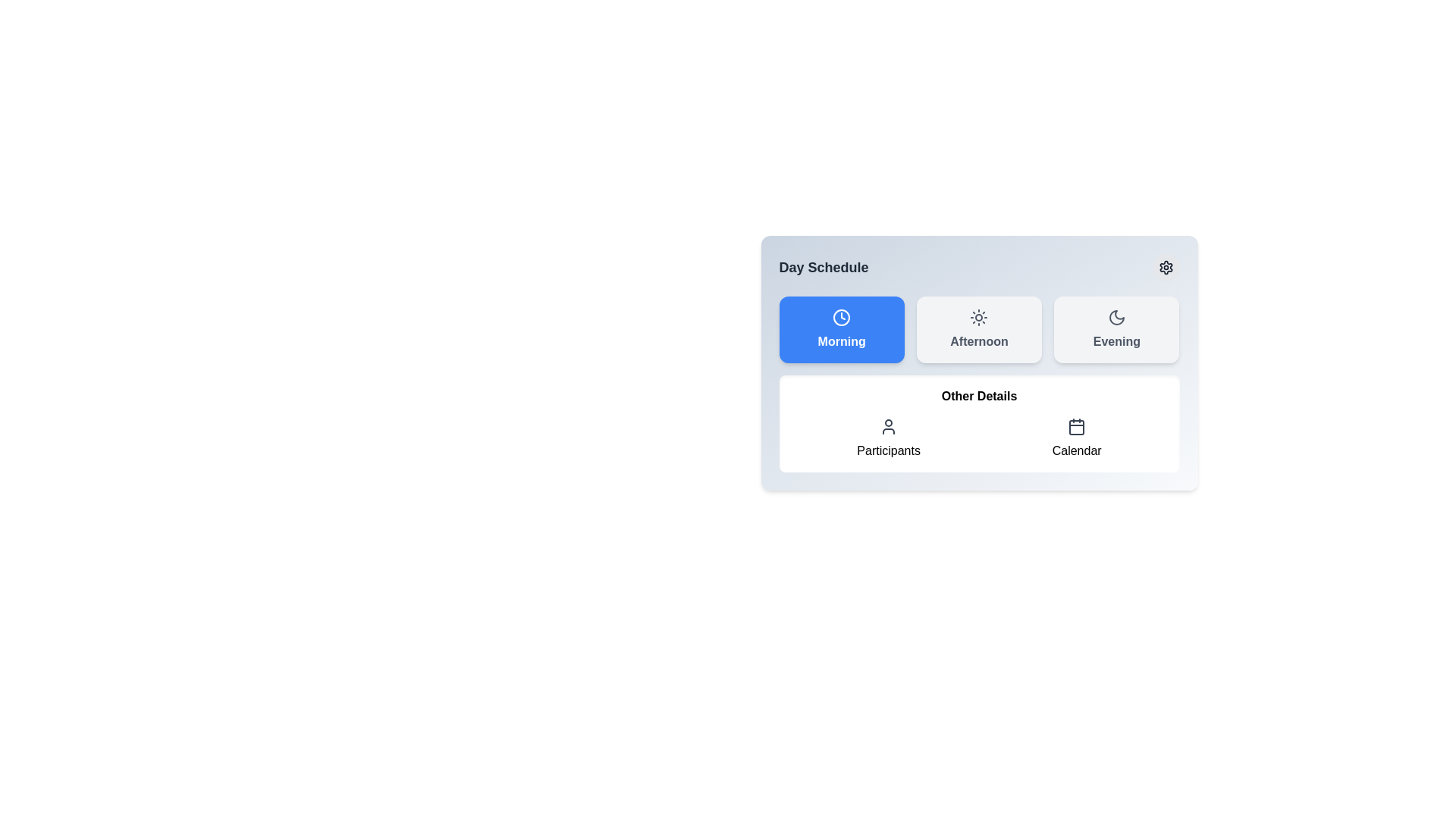  What do you see at coordinates (1076, 450) in the screenshot?
I see `the 'Calendar' text label located at the bottom-right of the 'Other Details' section, which is displayed in a black sans-serif font and positioned below a calendar icon` at bounding box center [1076, 450].